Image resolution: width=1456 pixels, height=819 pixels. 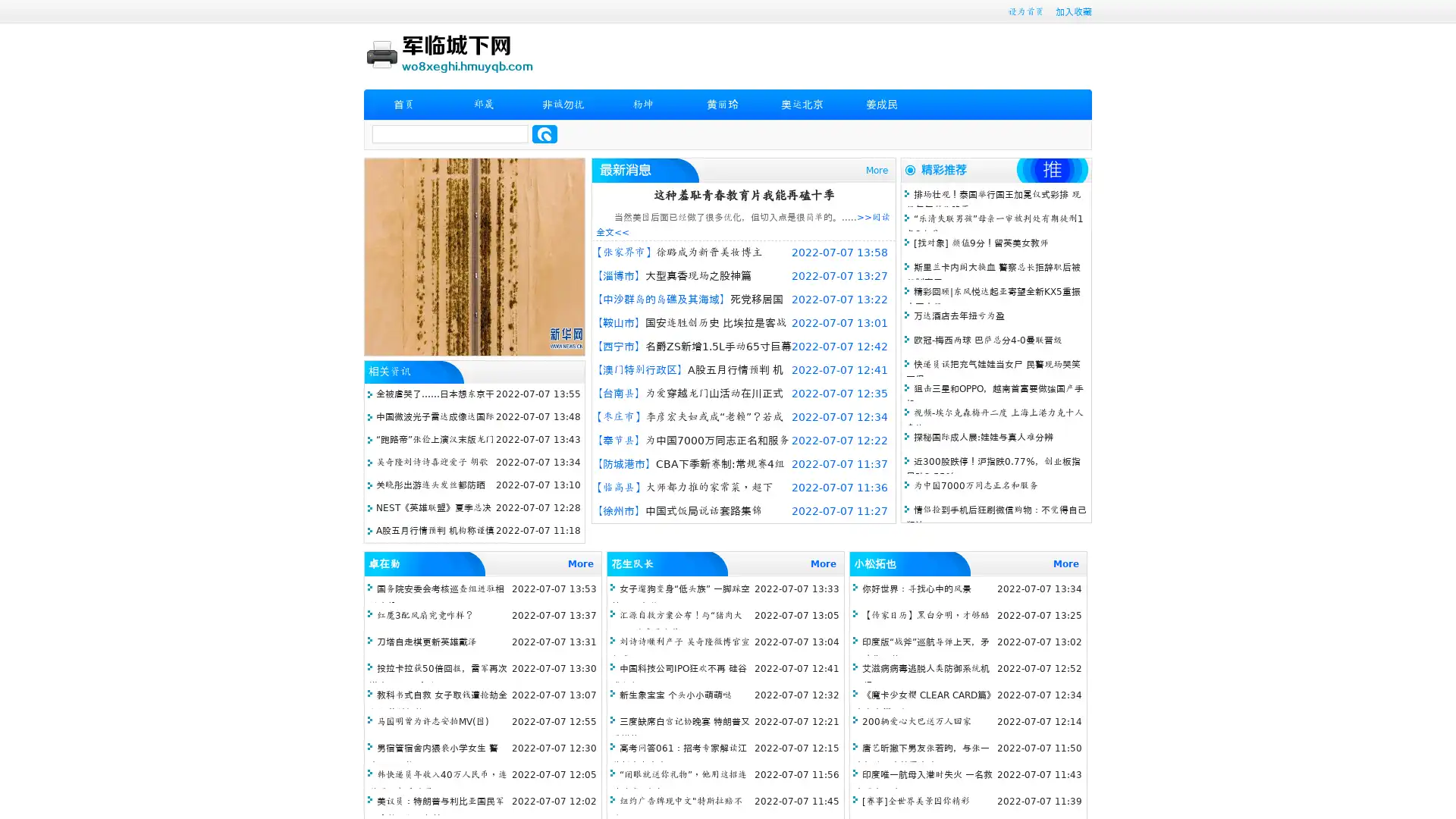 I want to click on Search, so click(x=544, y=133).